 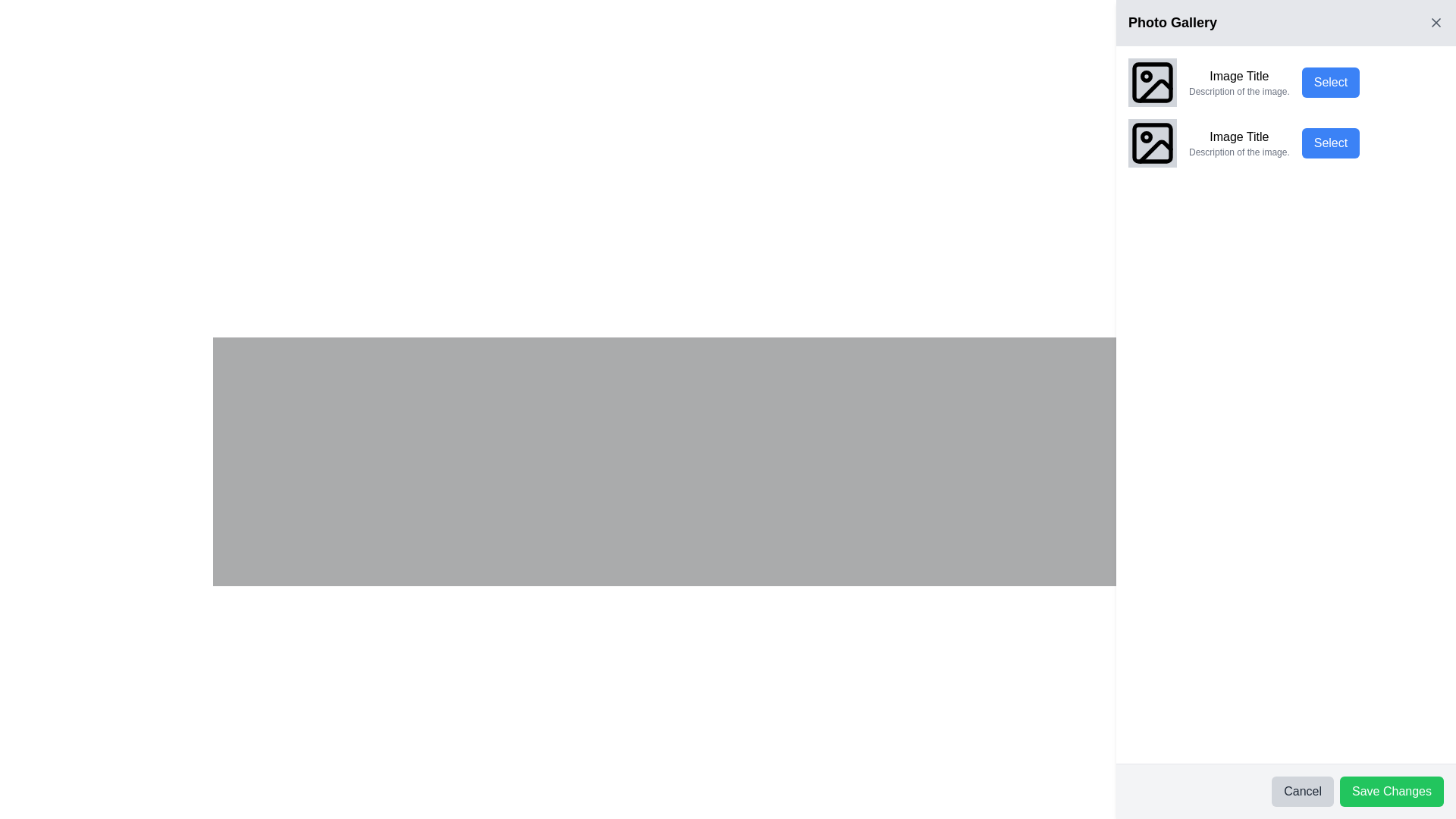 What do you see at coordinates (1239, 152) in the screenshot?
I see `the small light gray text labeled 'Description of the image.' which is located directly beneath the bold text 'Image Title' in the right-hand panel` at bounding box center [1239, 152].